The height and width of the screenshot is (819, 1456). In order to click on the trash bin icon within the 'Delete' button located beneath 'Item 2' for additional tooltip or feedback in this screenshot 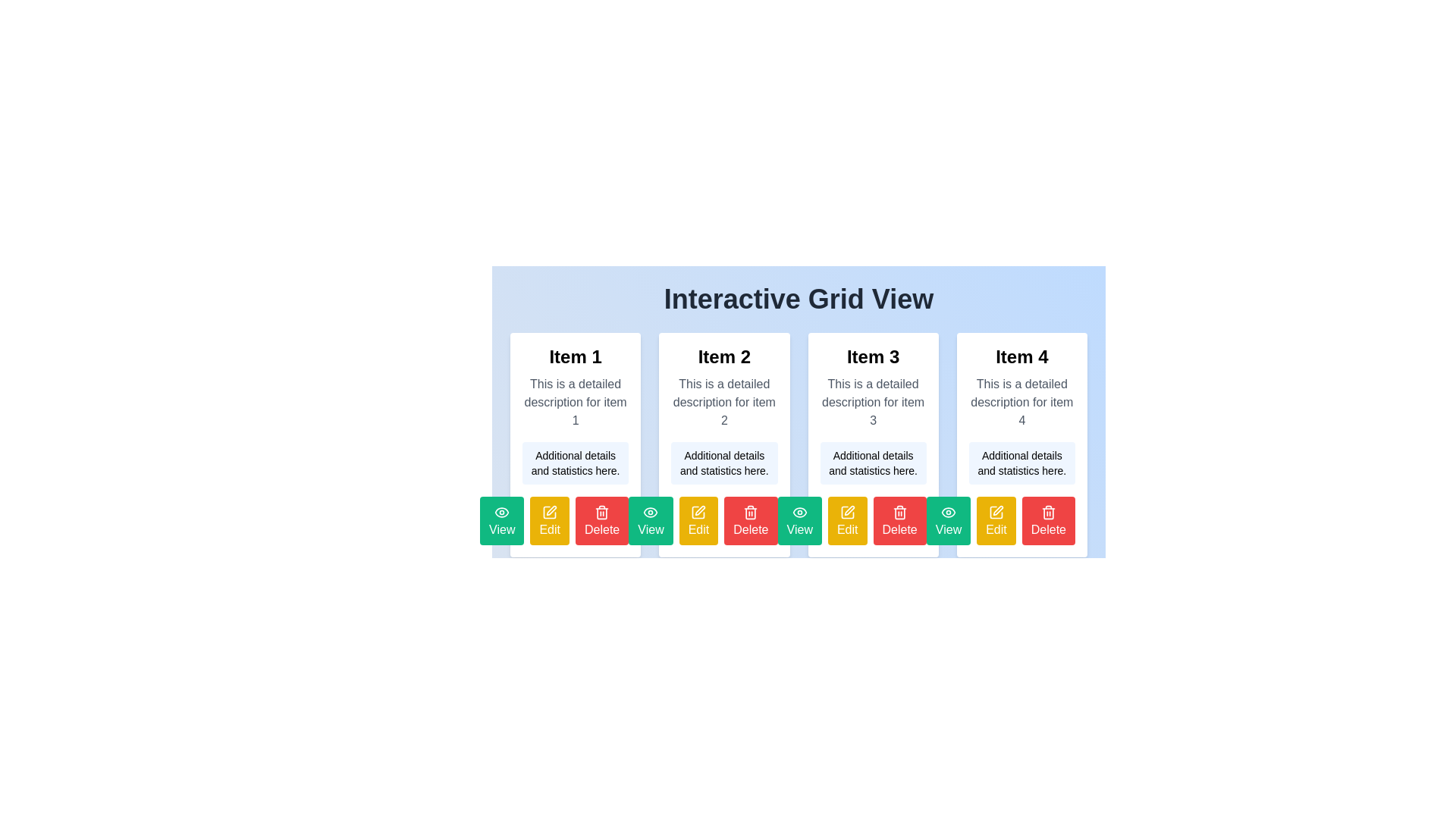, I will do `click(601, 512)`.